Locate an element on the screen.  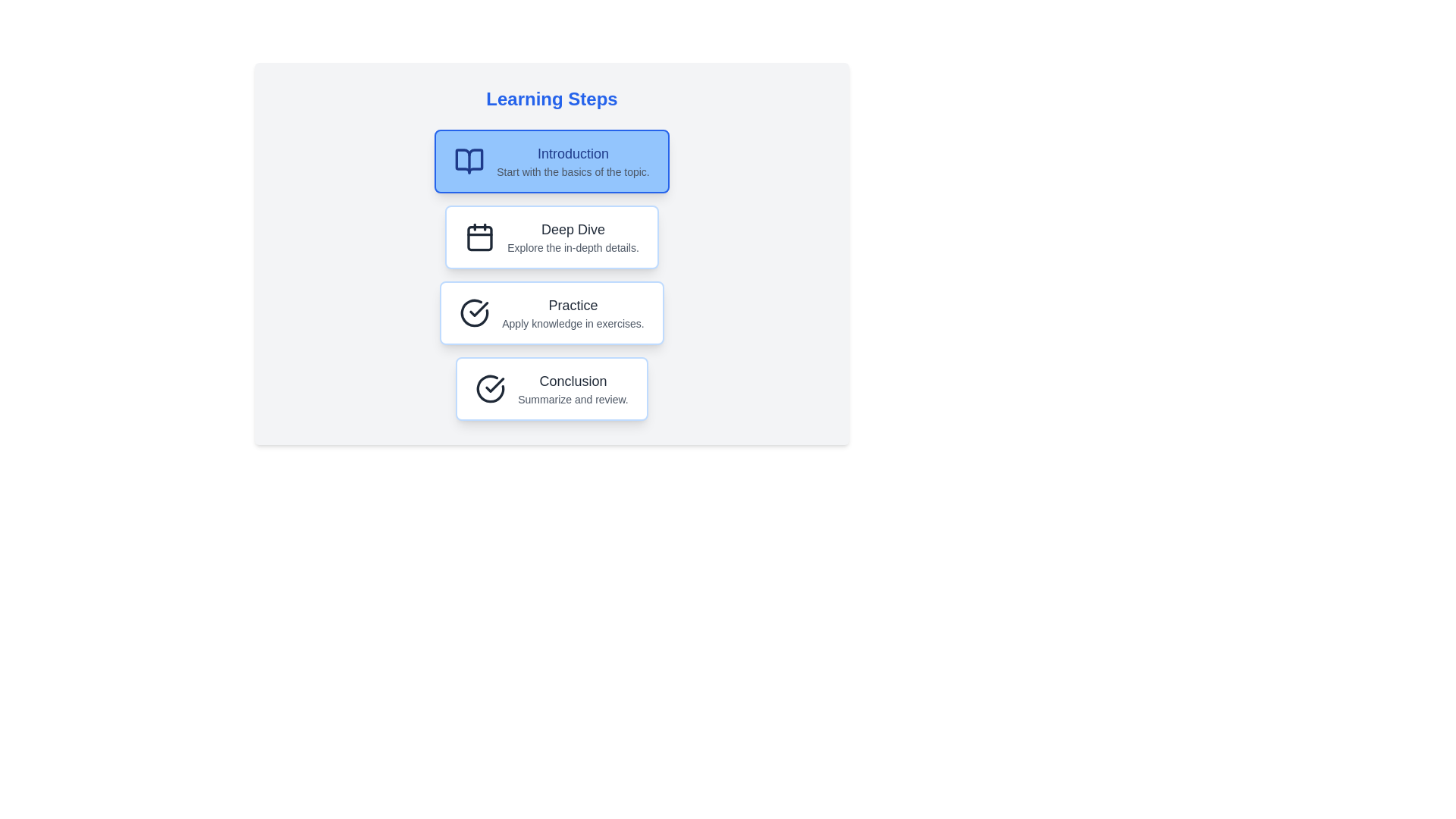
text content of the 'Conclusion' section header element, which includes the bold title 'Conclusion' and the grey subtitle 'Summarize and review.' is located at coordinates (551, 388).